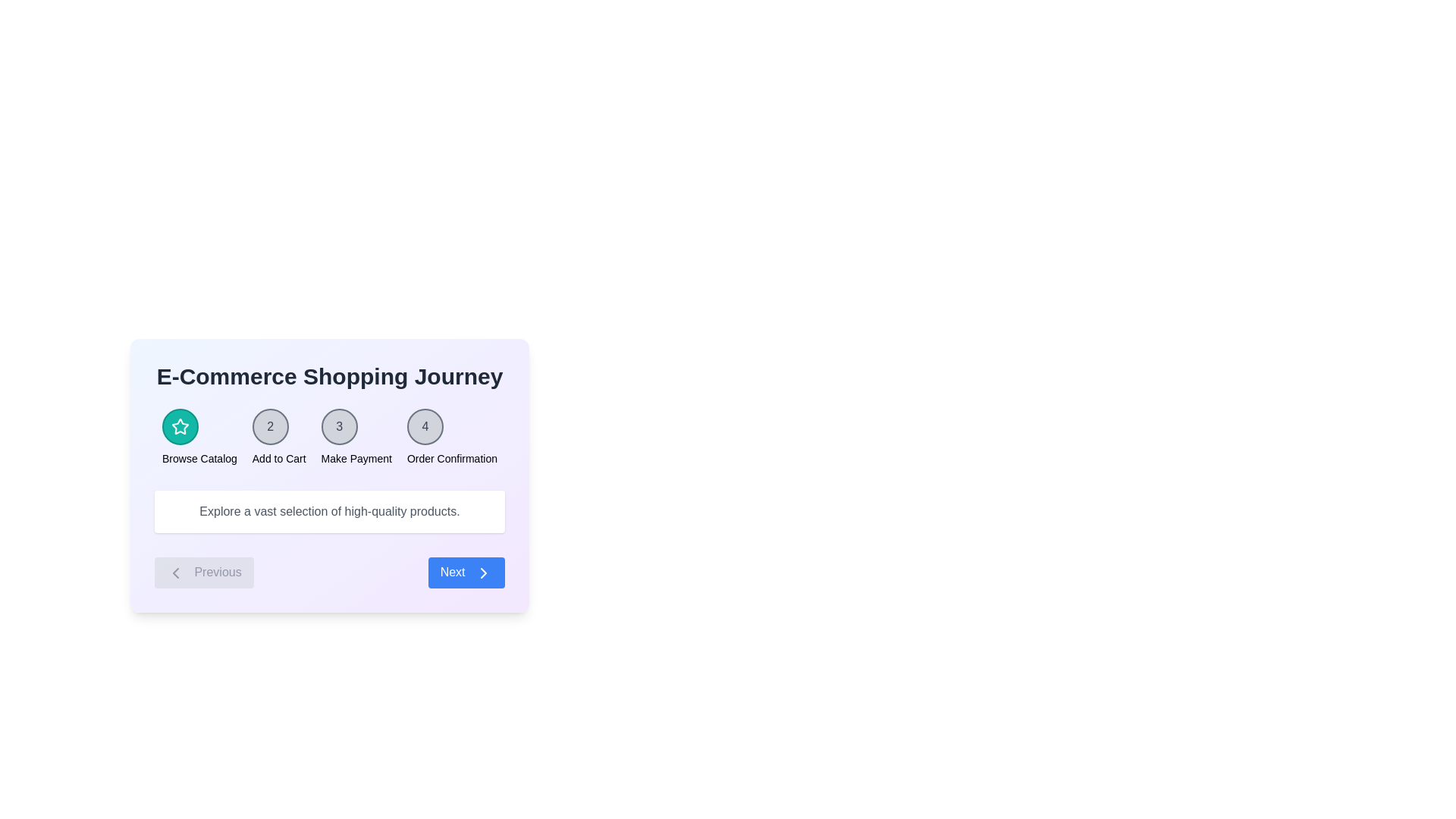 The image size is (1456, 819). What do you see at coordinates (425, 427) in the screenshot?
I see `the circular progress button labeled '4', which has a light gray background and is the fourth in a sequence of step indicators` at bounding box center [425, 427].